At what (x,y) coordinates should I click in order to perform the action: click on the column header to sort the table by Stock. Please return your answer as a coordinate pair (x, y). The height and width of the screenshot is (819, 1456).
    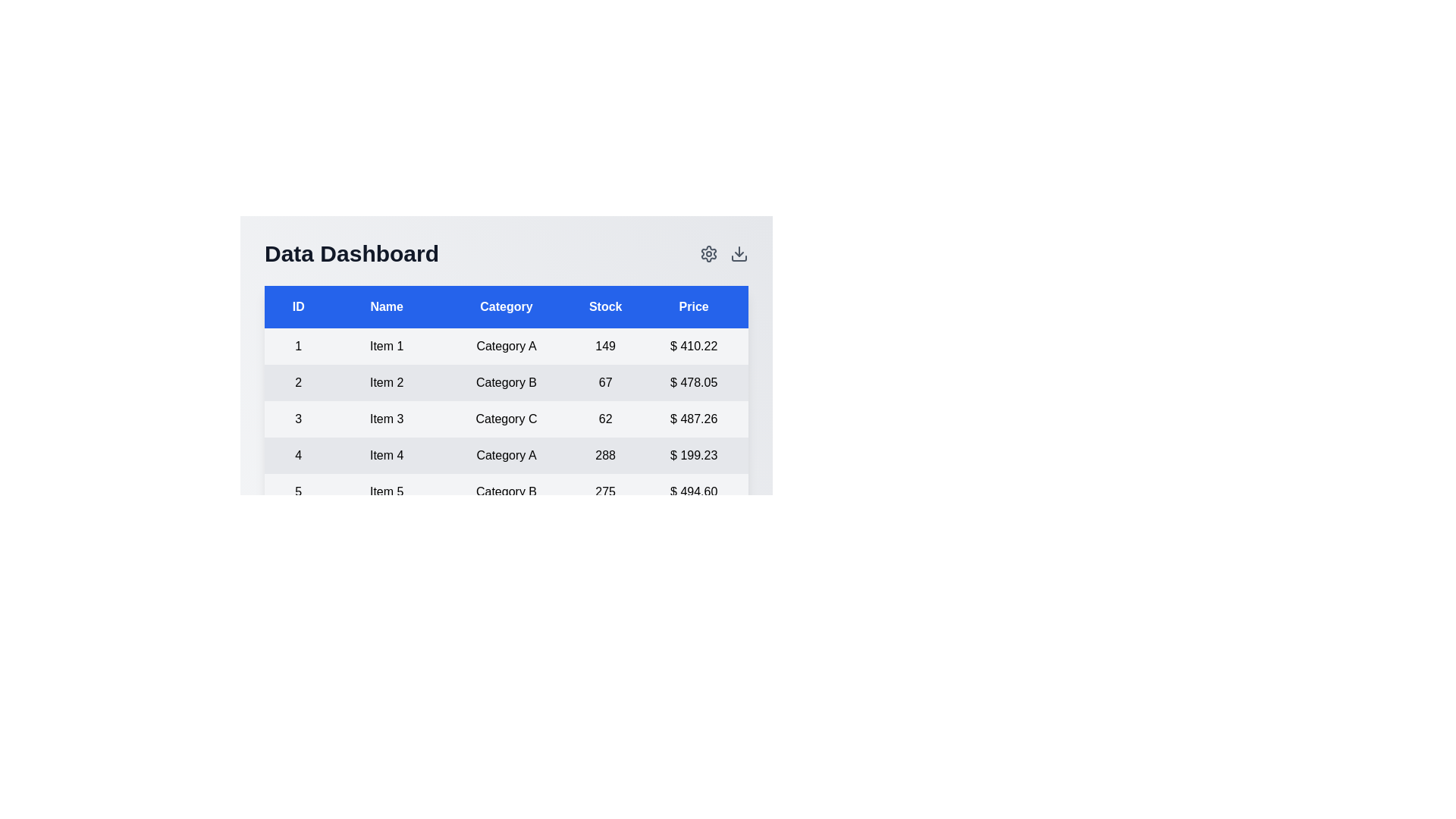
    Looking at the image, I should click on (604, 307).